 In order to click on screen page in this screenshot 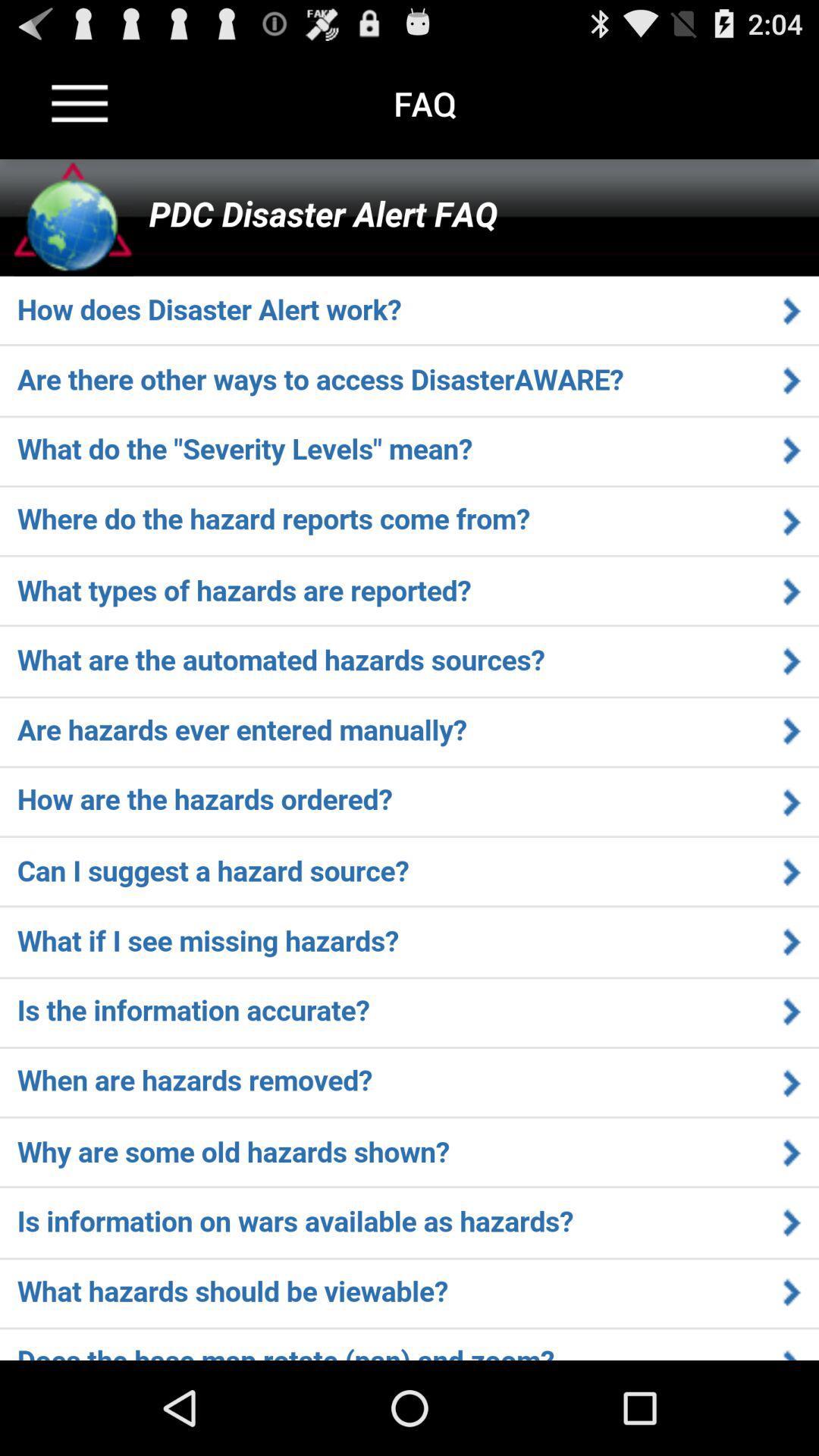, I will do `click(409, 760)`.